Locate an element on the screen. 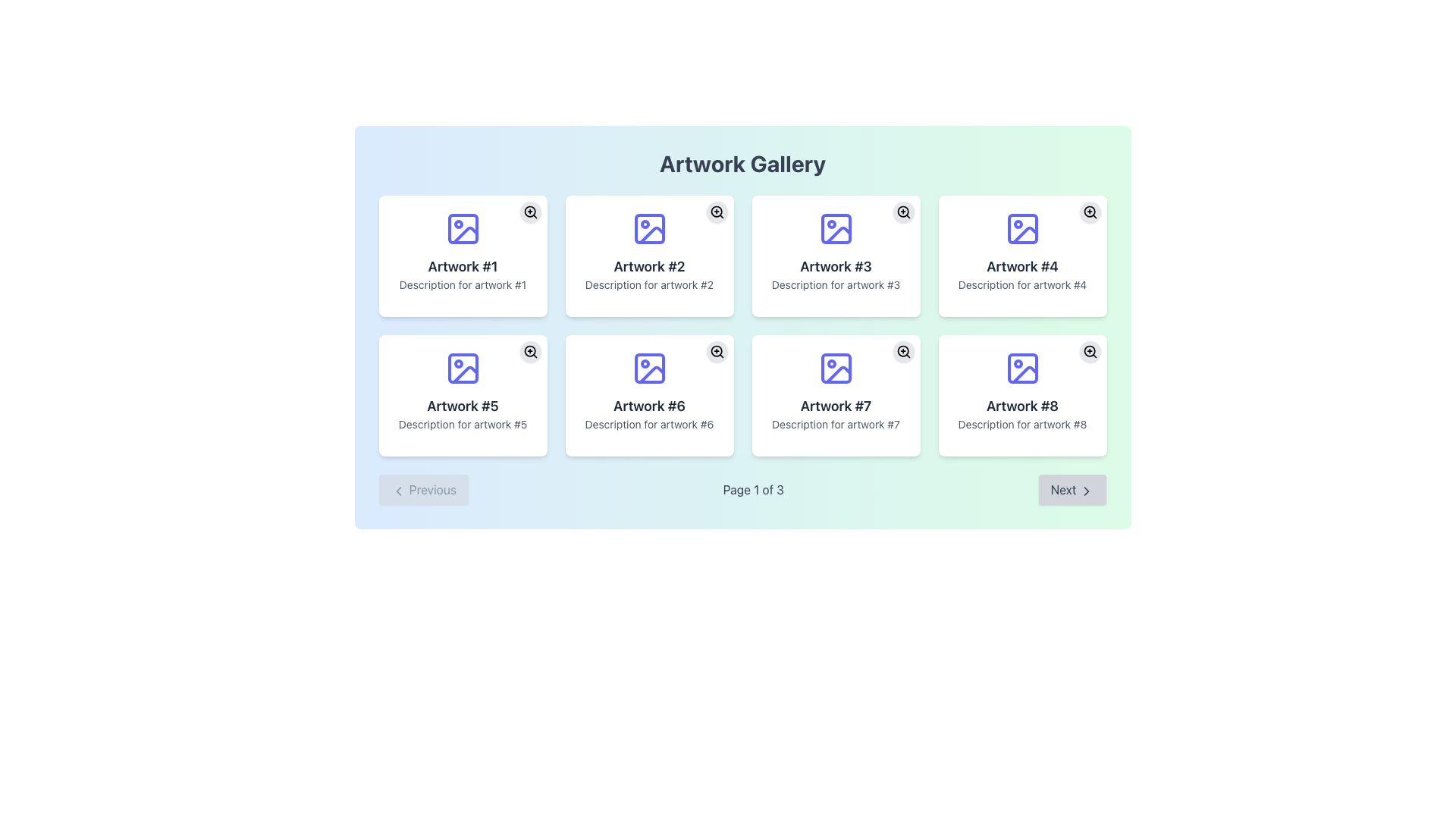  the directional indicator icon located in the bottom left corner of the interface, to the left of the 'Previous' text button is located at coordinates (398, 491).